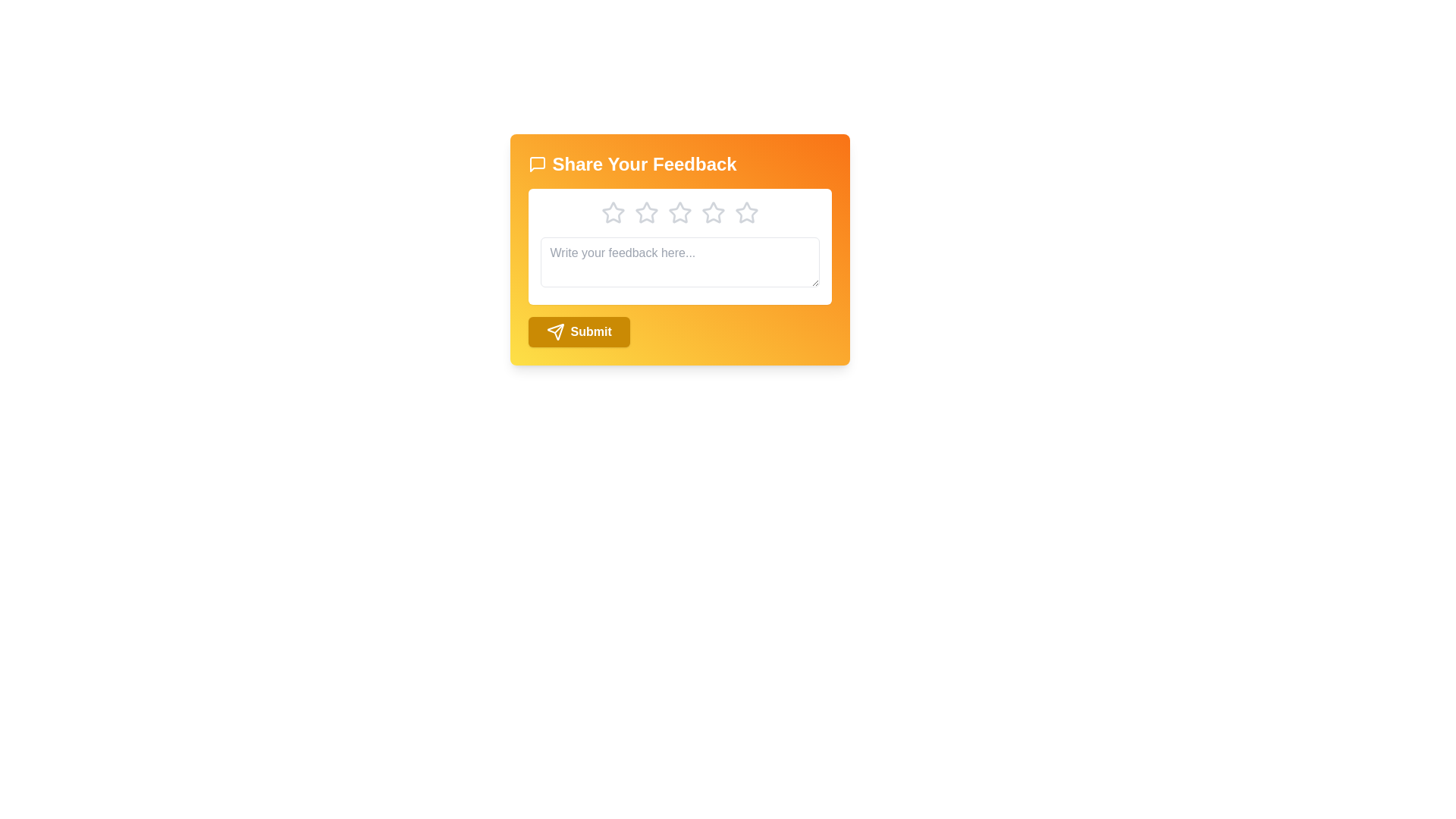 Image resolution: width=1456 pixels, height=819 pixels. What do you see at coordinates (554, 331) in the screenshot?
I see `the icon located within the Submit button at the bottom left of the feedback form` at bounding box center [554, 331].